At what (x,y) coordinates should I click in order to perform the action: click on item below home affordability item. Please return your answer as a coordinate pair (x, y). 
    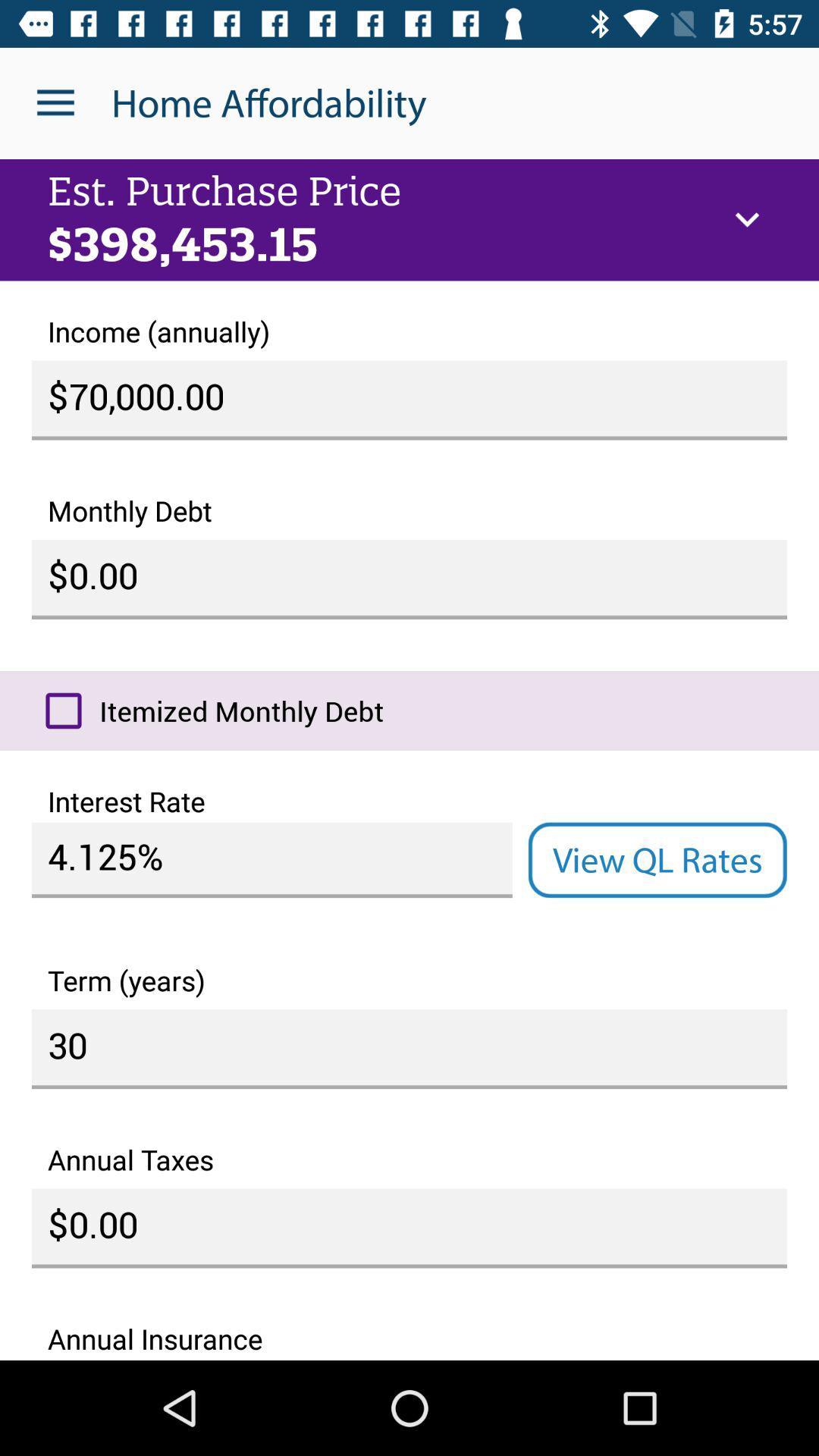
    Looking at the image, I should click on (746, 219).